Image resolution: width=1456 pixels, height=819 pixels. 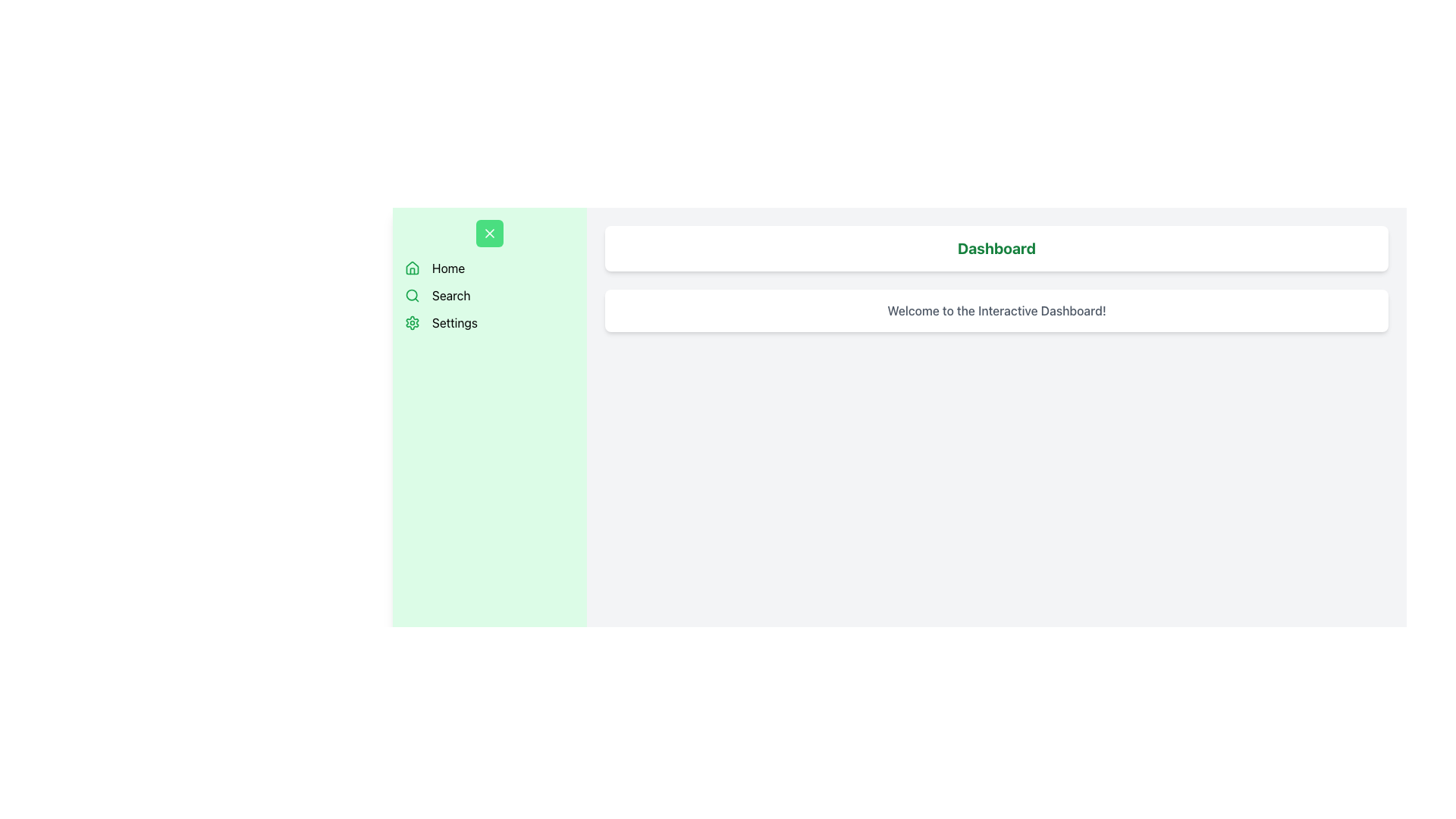 I want to click on the vector icon within the green square button located at the top of the vertical sidebar menu on the left of the interface, so click(x=490, y=234).